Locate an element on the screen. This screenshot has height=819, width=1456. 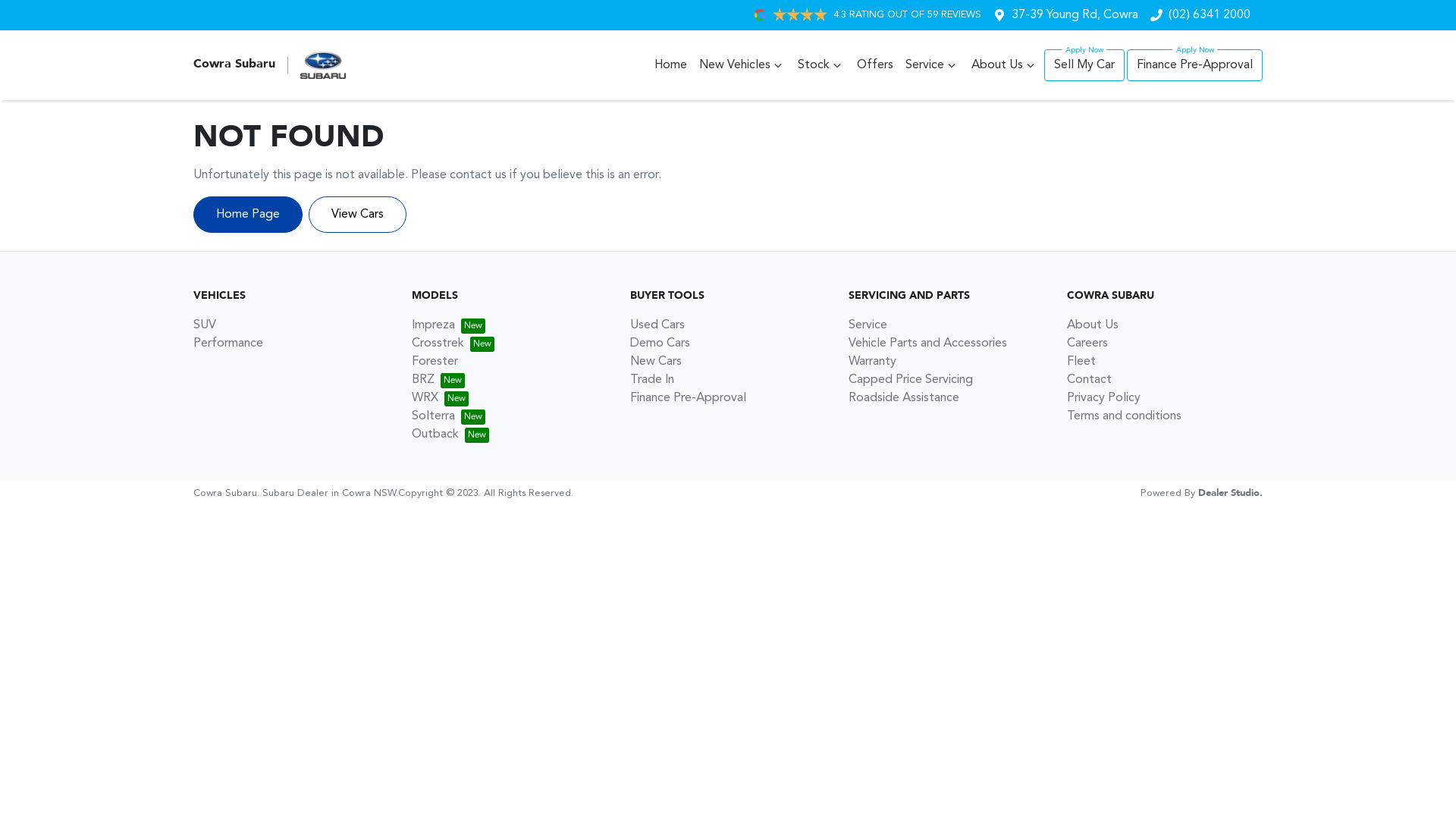
'SUV' is located at coordinates (203, 324).